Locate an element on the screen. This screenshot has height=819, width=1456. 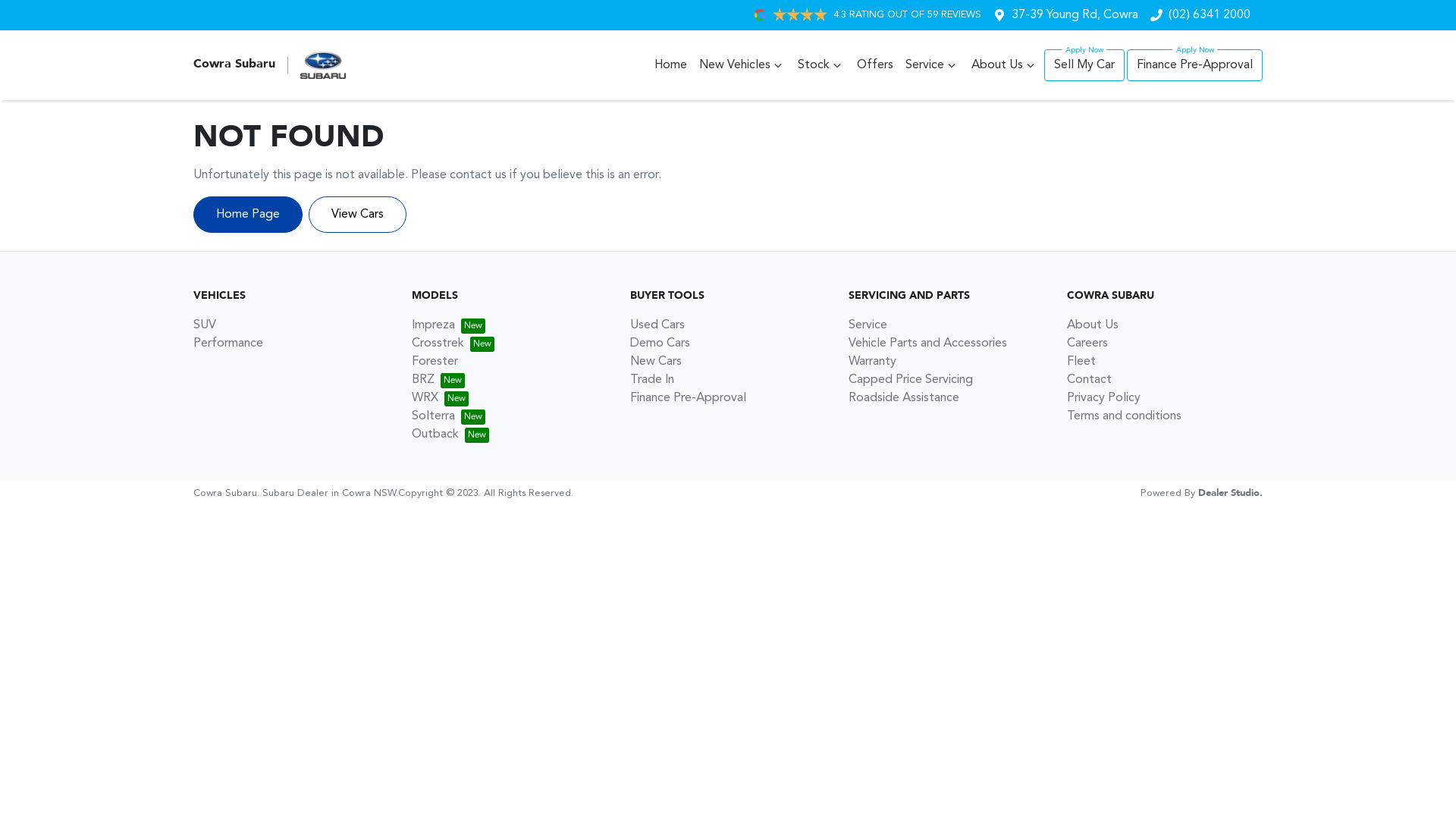
'SUV' is located at coordinates (203, 324).